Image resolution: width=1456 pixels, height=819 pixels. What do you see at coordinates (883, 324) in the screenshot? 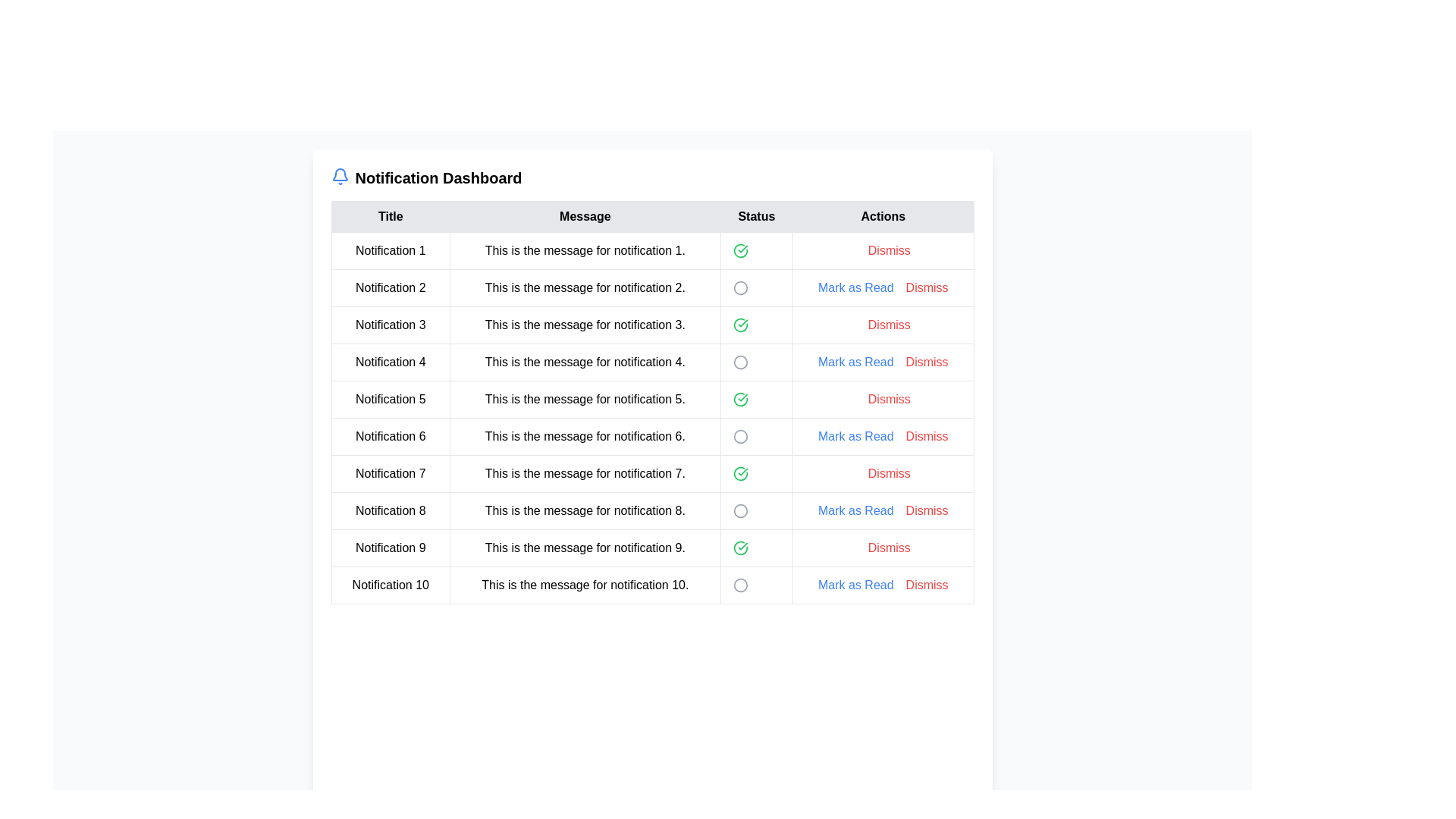
I see `the Link styled as a button in the 'Actions' column for 'Notification 3'` at bounding box center [883, 324].